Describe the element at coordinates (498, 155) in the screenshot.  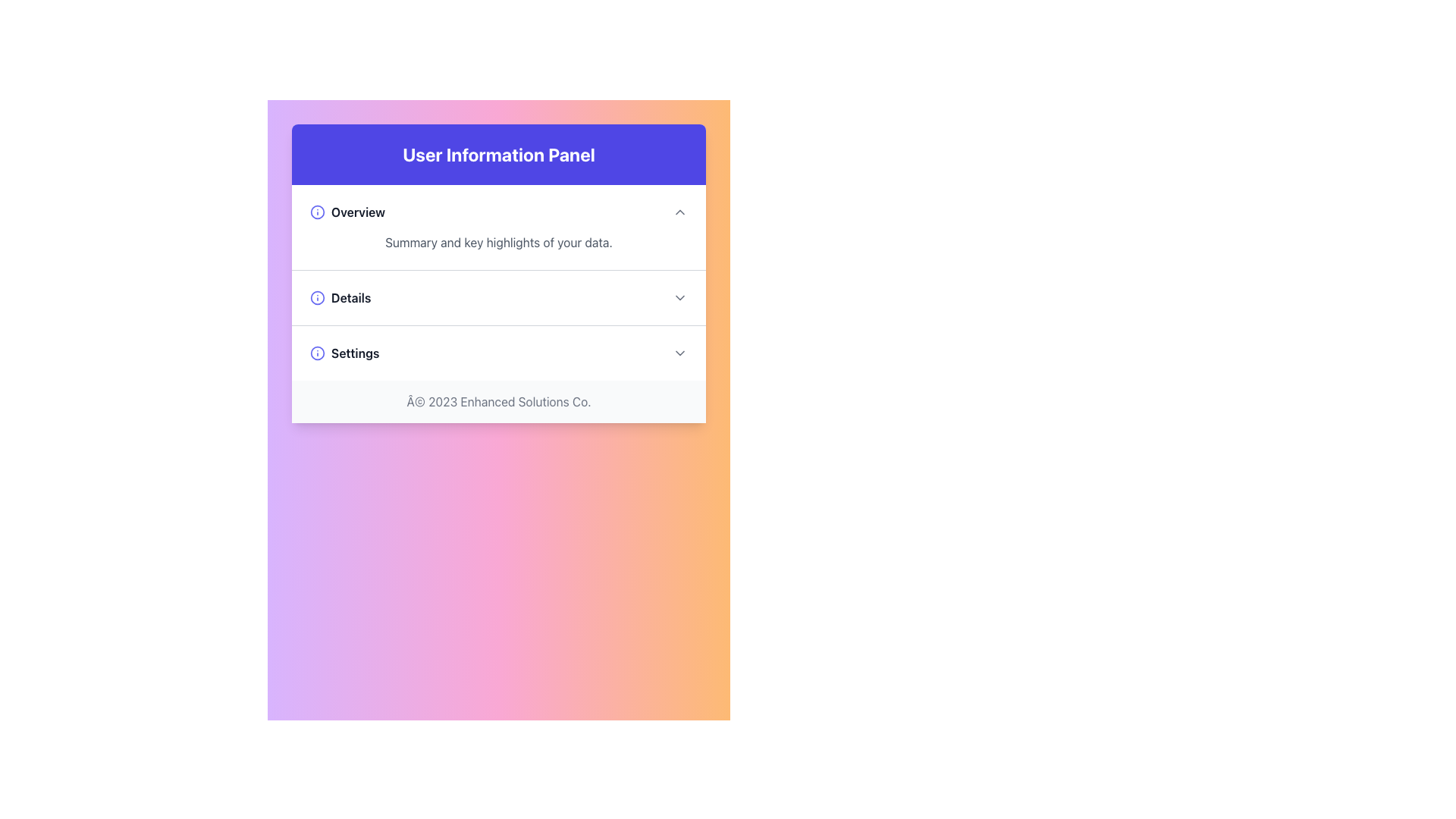
I see `the Static text header element that serves as the title for the 'User Information Panel'` at that location.